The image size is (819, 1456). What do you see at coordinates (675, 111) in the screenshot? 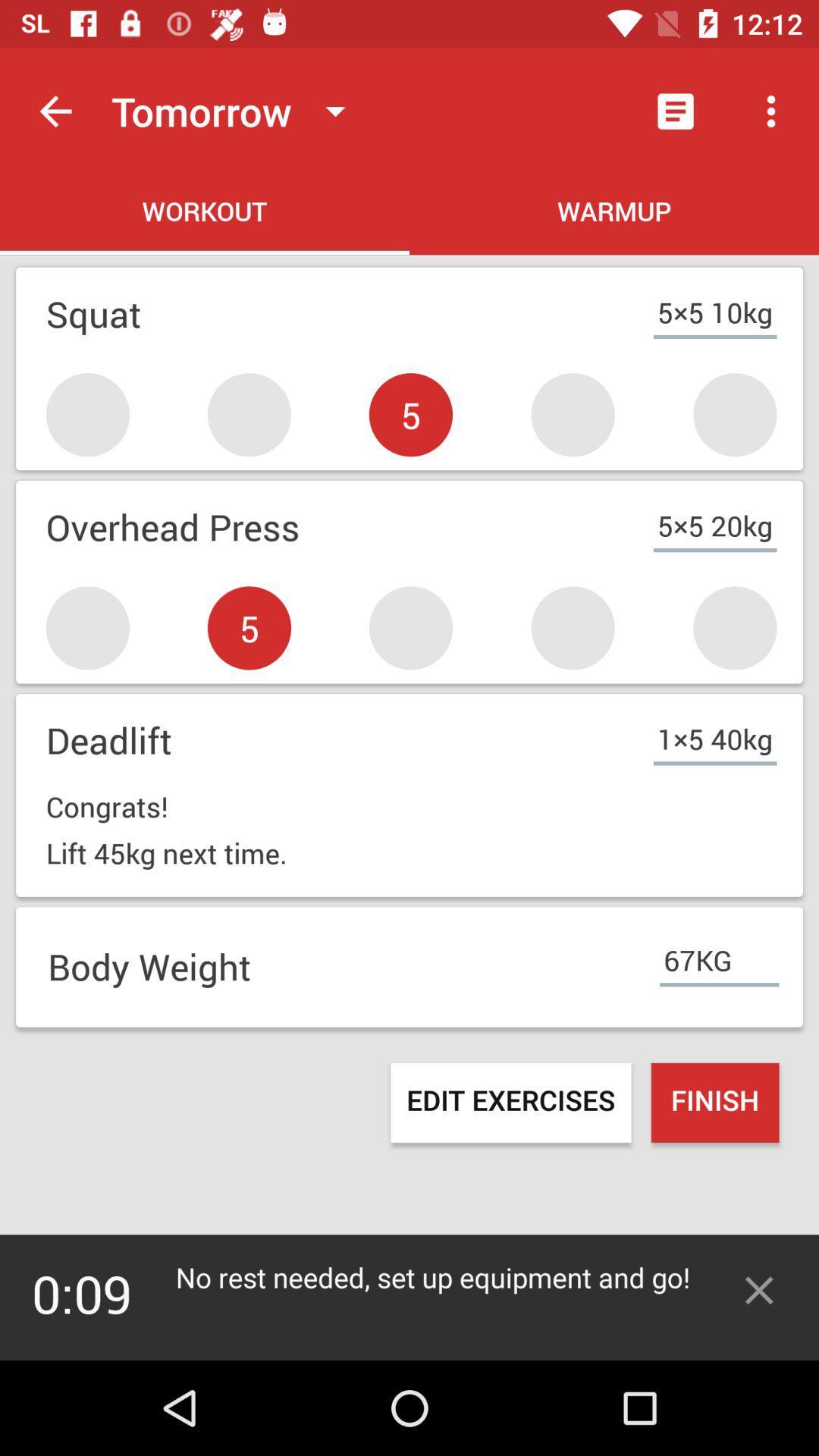
I see `left of menu` at bounding box center [675, 111].